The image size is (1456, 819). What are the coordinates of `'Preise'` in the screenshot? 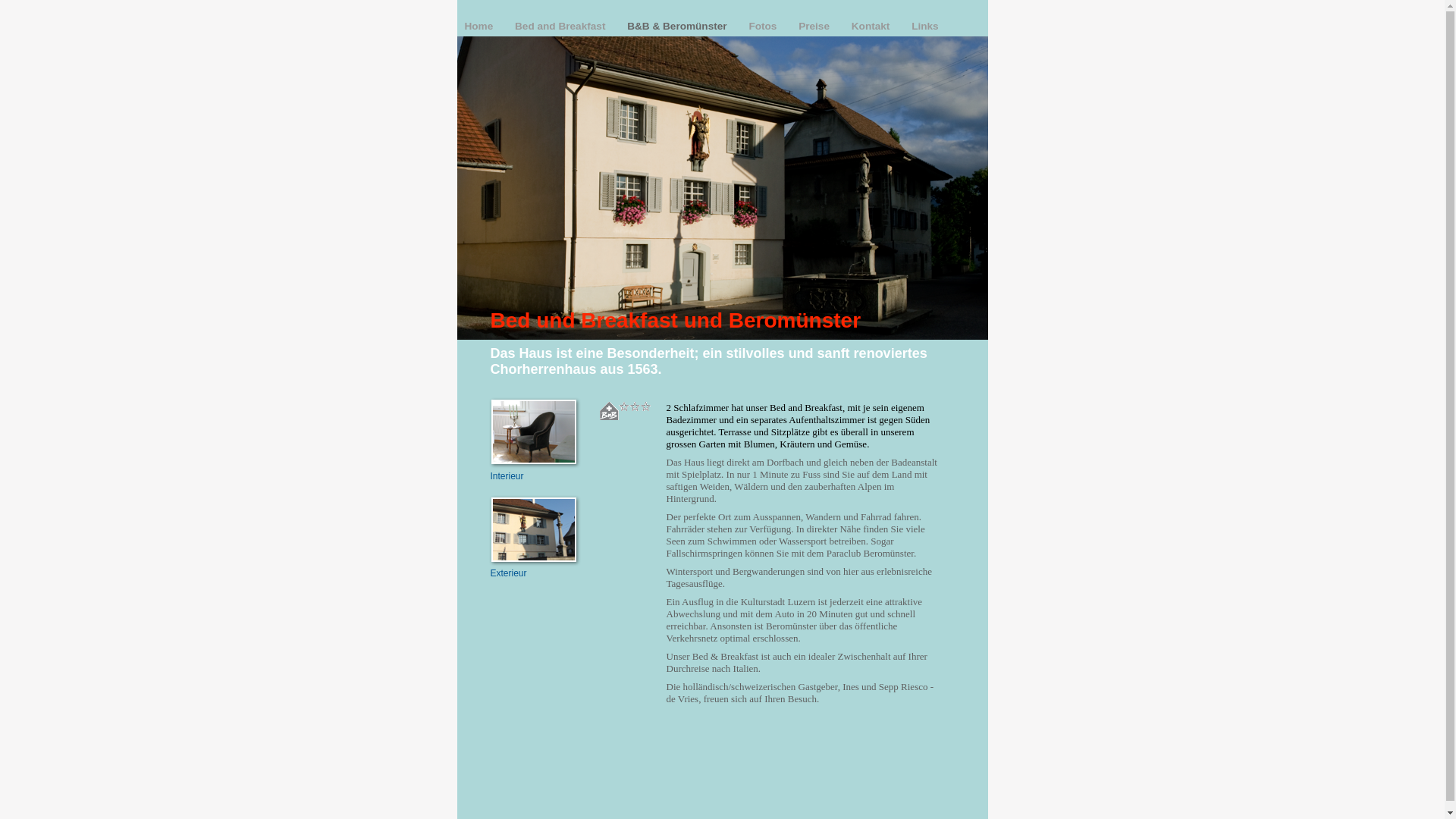 It's located at (814, 26).